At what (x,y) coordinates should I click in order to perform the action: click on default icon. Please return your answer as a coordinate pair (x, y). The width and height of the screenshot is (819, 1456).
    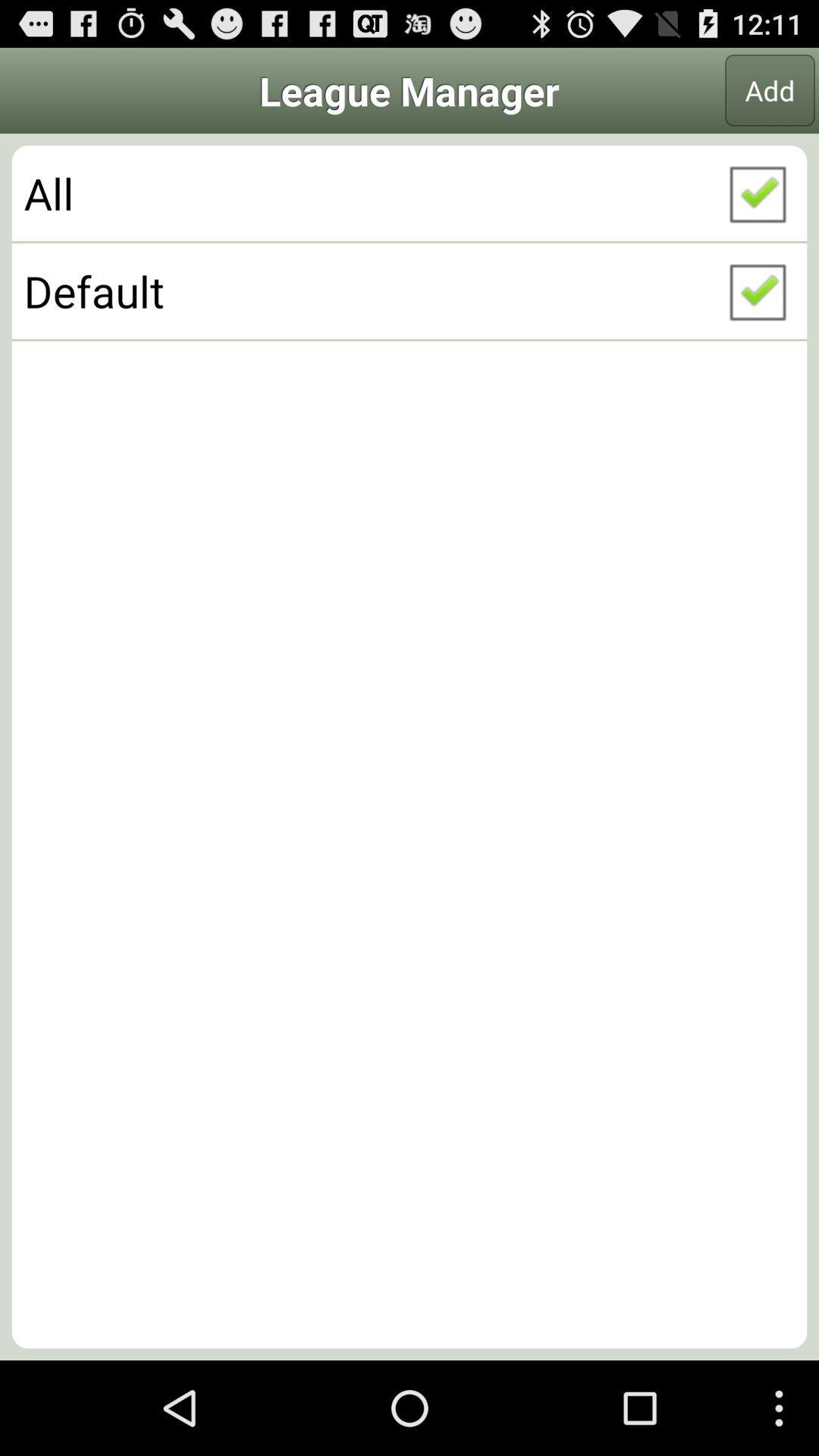
    Looking at the image, I should click on (409, 291).